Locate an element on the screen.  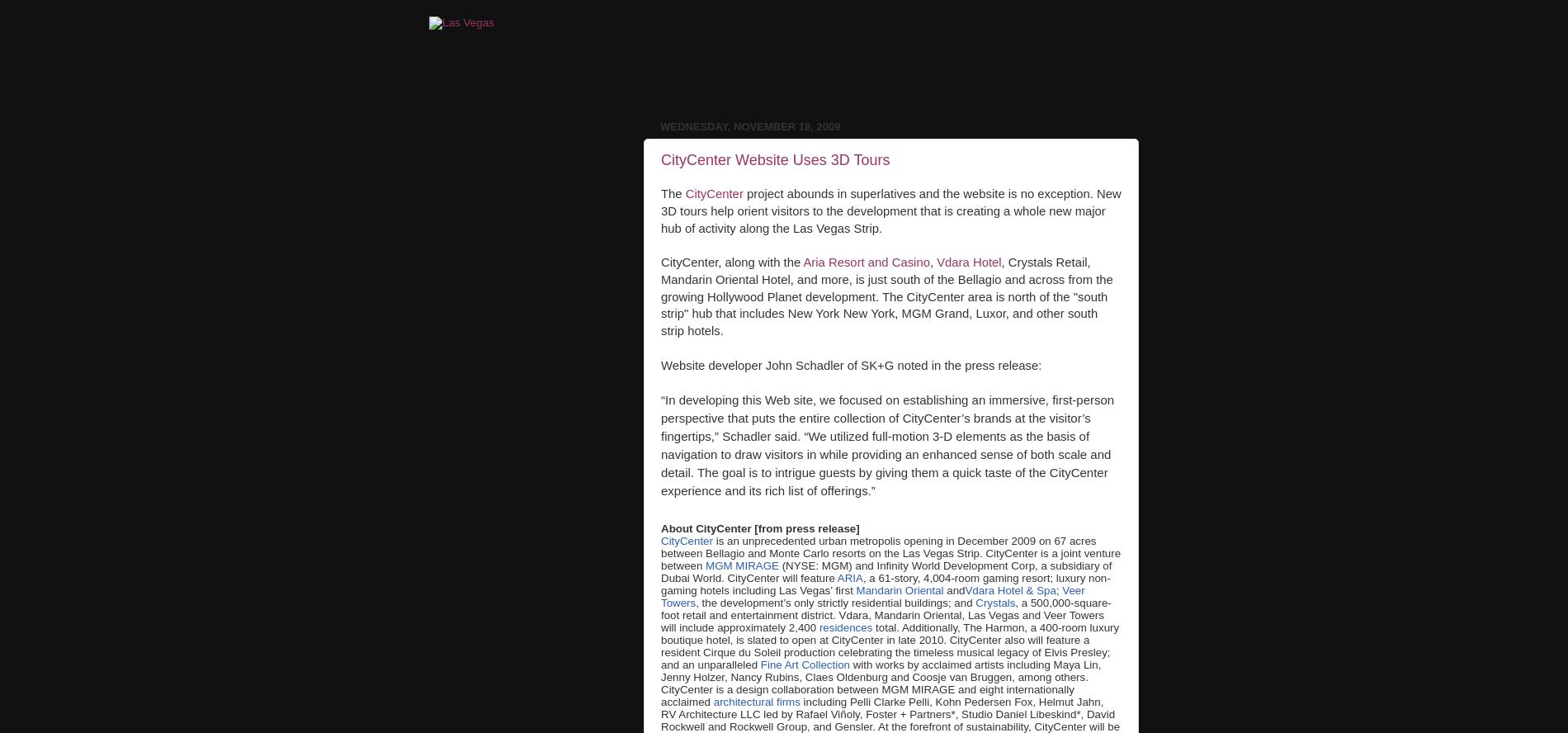
',' is located at coordinates (933, 261).